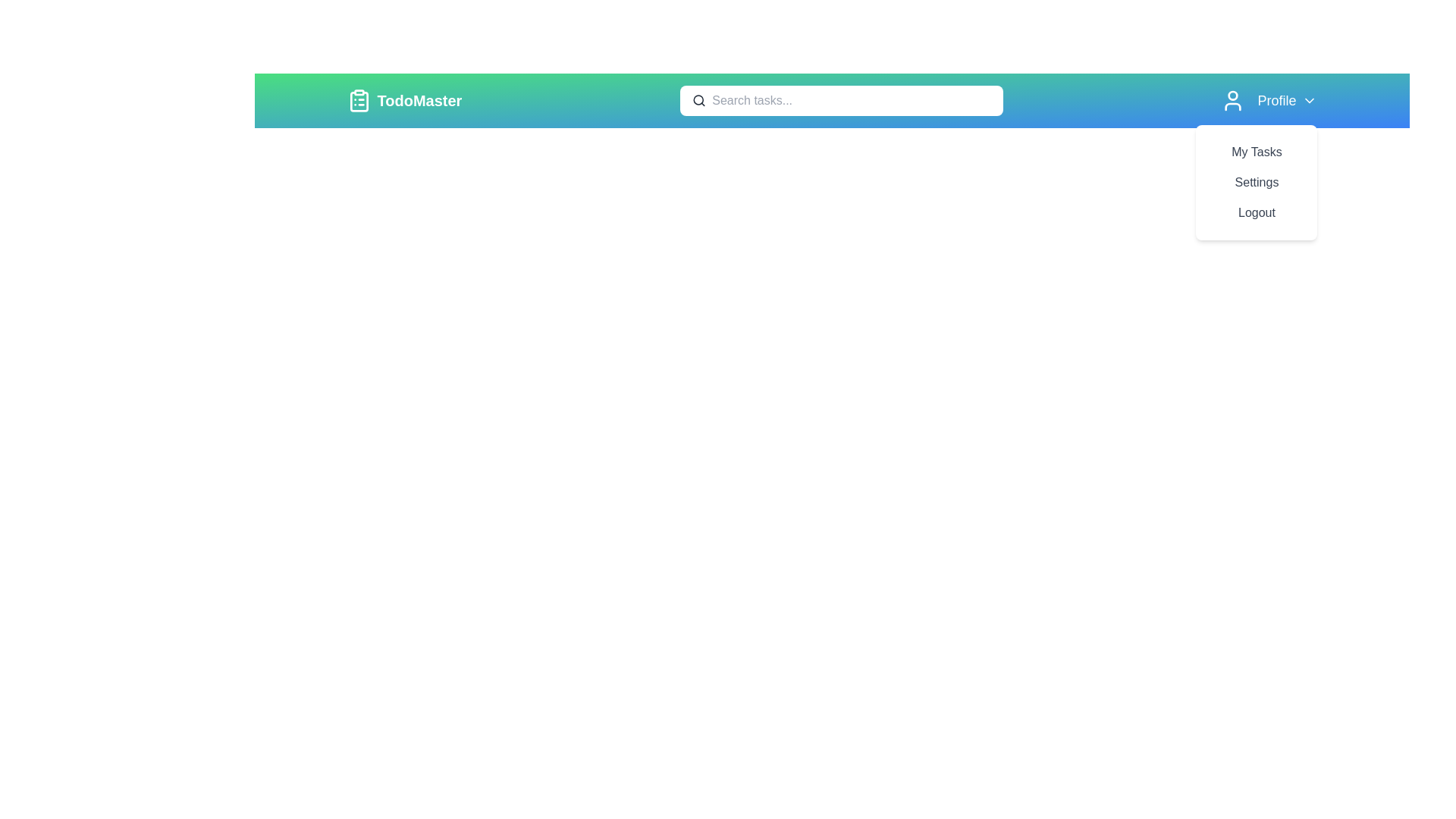  I want to click on the leftmost icon in the header bar of the application, which serves as the visual logo for 'TodoMaster', so click(358, 100).